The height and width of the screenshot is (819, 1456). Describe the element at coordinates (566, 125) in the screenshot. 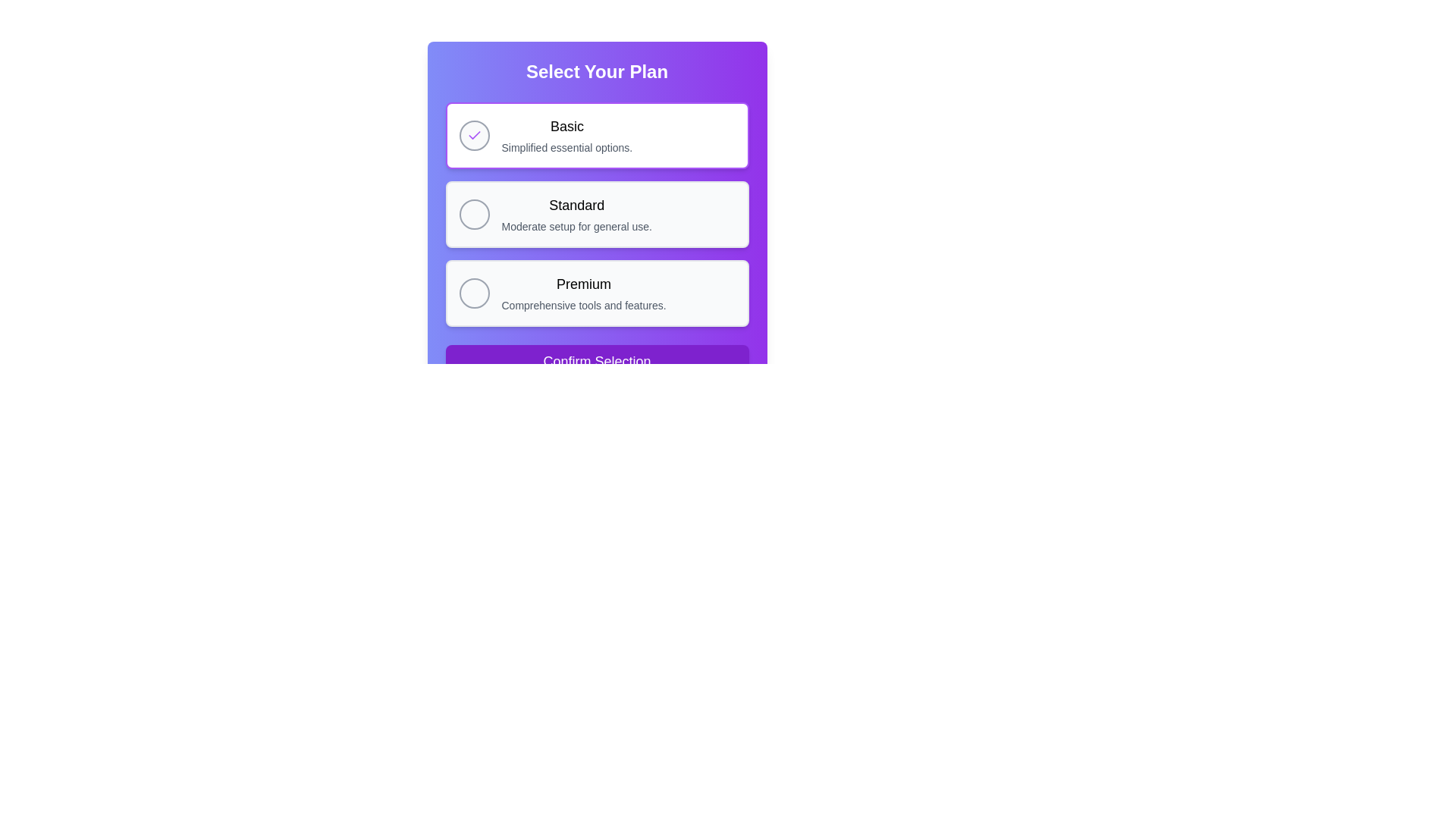

I see `the Text label indicating 'Basic' plan in the selection list, which is positioned slightly to the right of the circle indicator and above the subtitle 'Simplified essential options.'` at that location.